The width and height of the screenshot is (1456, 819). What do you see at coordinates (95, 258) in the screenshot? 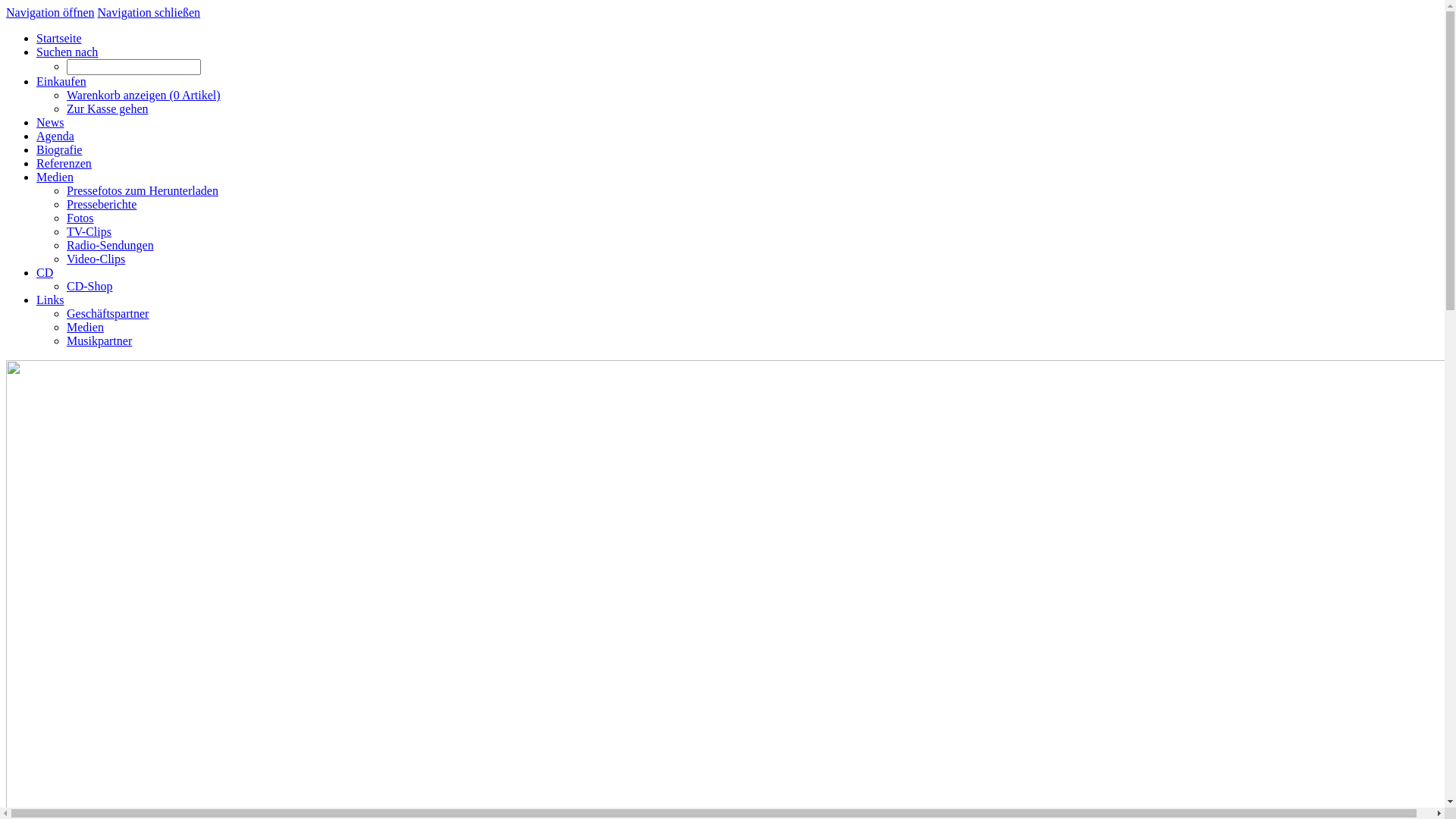
I see `'Video-Clips'` at bounding box center [95, 258].